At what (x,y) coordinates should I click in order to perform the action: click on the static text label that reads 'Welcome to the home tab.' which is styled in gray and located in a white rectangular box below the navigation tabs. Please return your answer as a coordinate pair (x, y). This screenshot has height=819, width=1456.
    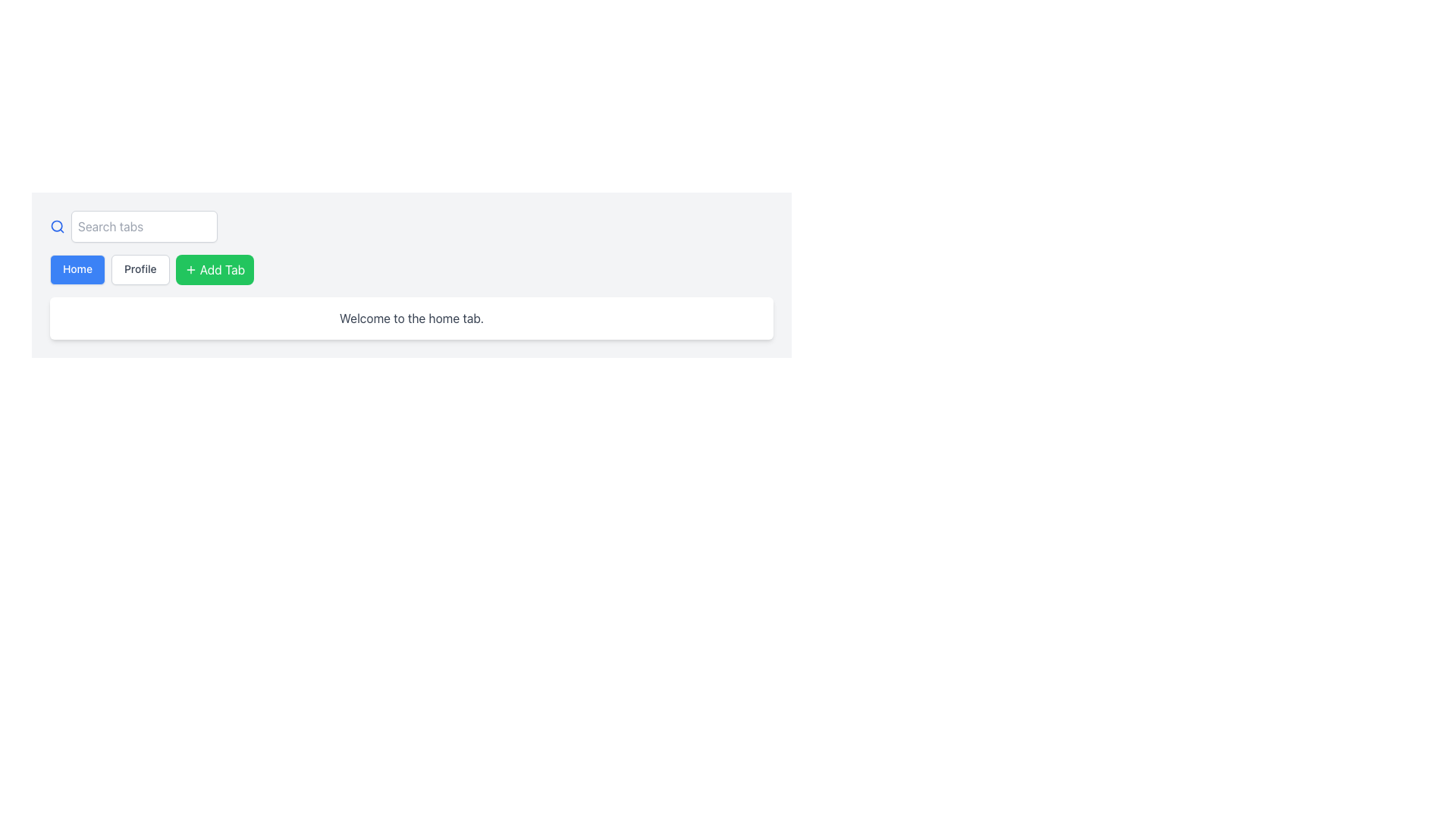
    Looking at the image, I should click on (411, 318).